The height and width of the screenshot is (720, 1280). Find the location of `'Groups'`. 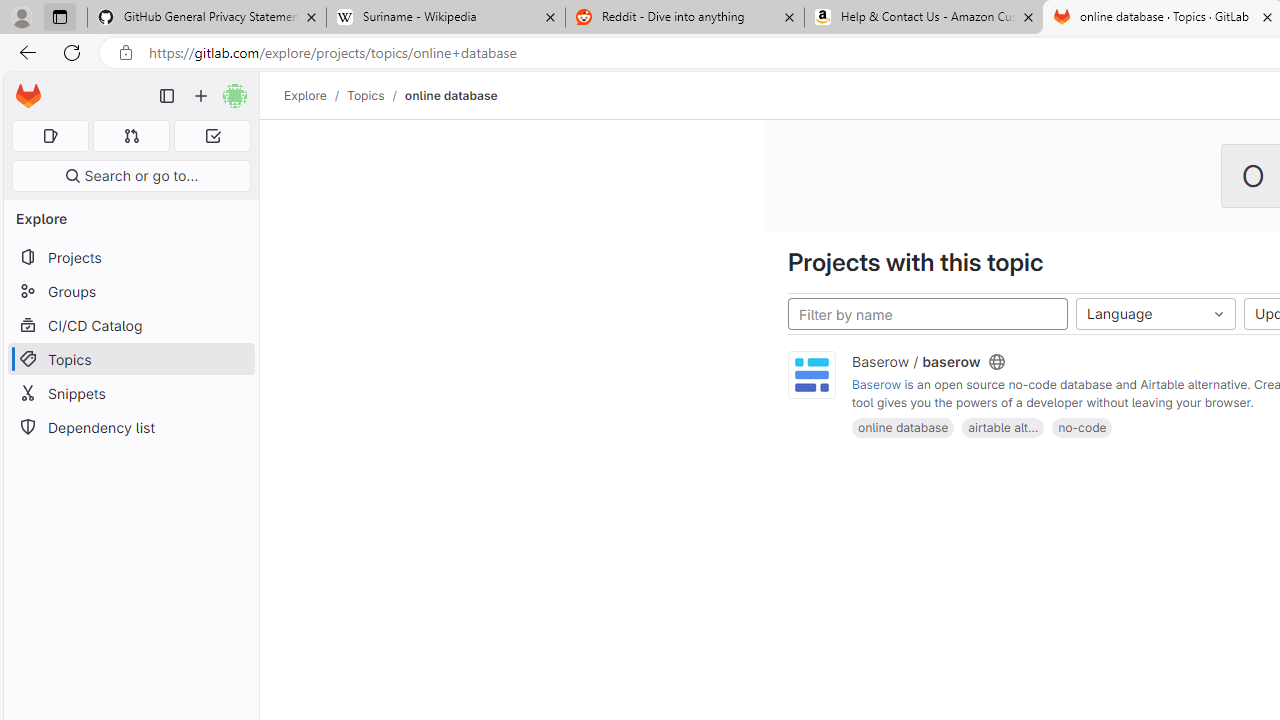

'Groups' is located at coordinates (130, 291).